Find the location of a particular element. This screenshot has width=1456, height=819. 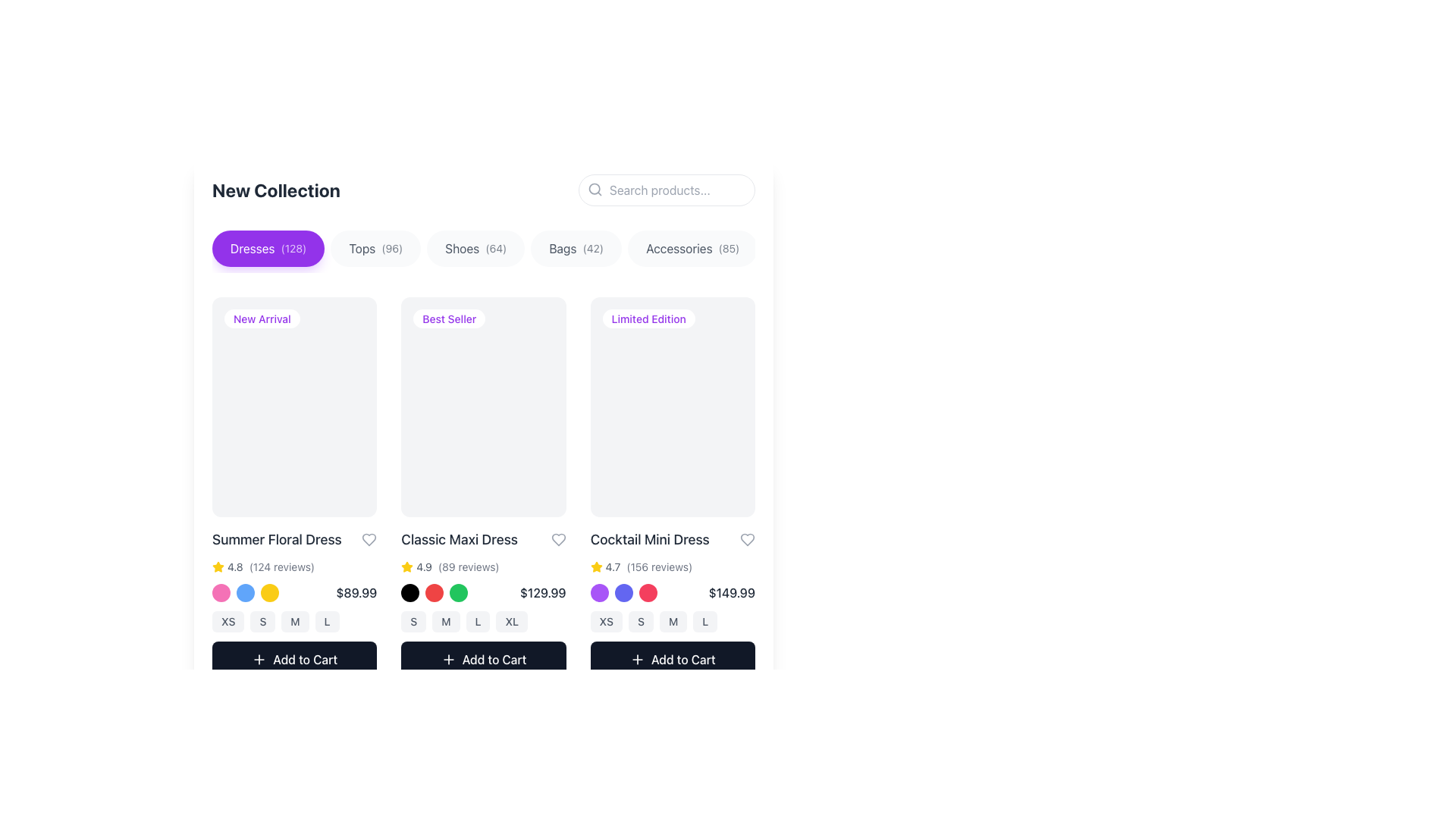

the star icon representing the visual rating component for the 'Summer Floral Dress', which indicates a rating of 4.8 with 124 reviews is located at coordinates (407, 566).